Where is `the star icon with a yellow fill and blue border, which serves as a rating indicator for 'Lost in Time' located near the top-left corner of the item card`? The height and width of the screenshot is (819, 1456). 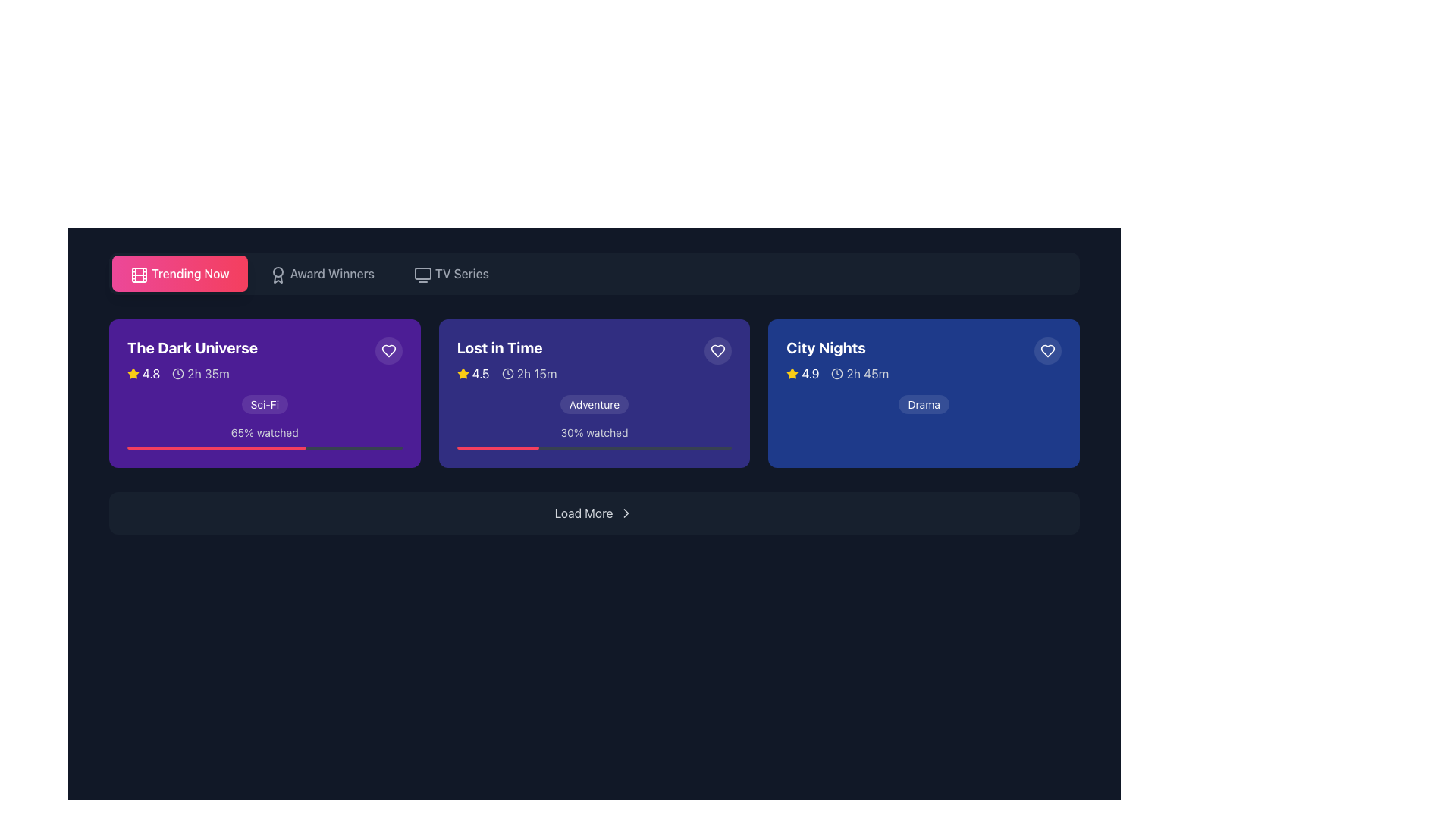 the star icon with a yellow fill and blue border, which serves as a rating indicator for 'Lost in Time' located near the top-left corner of the item card is located at coordinates (792, 373).